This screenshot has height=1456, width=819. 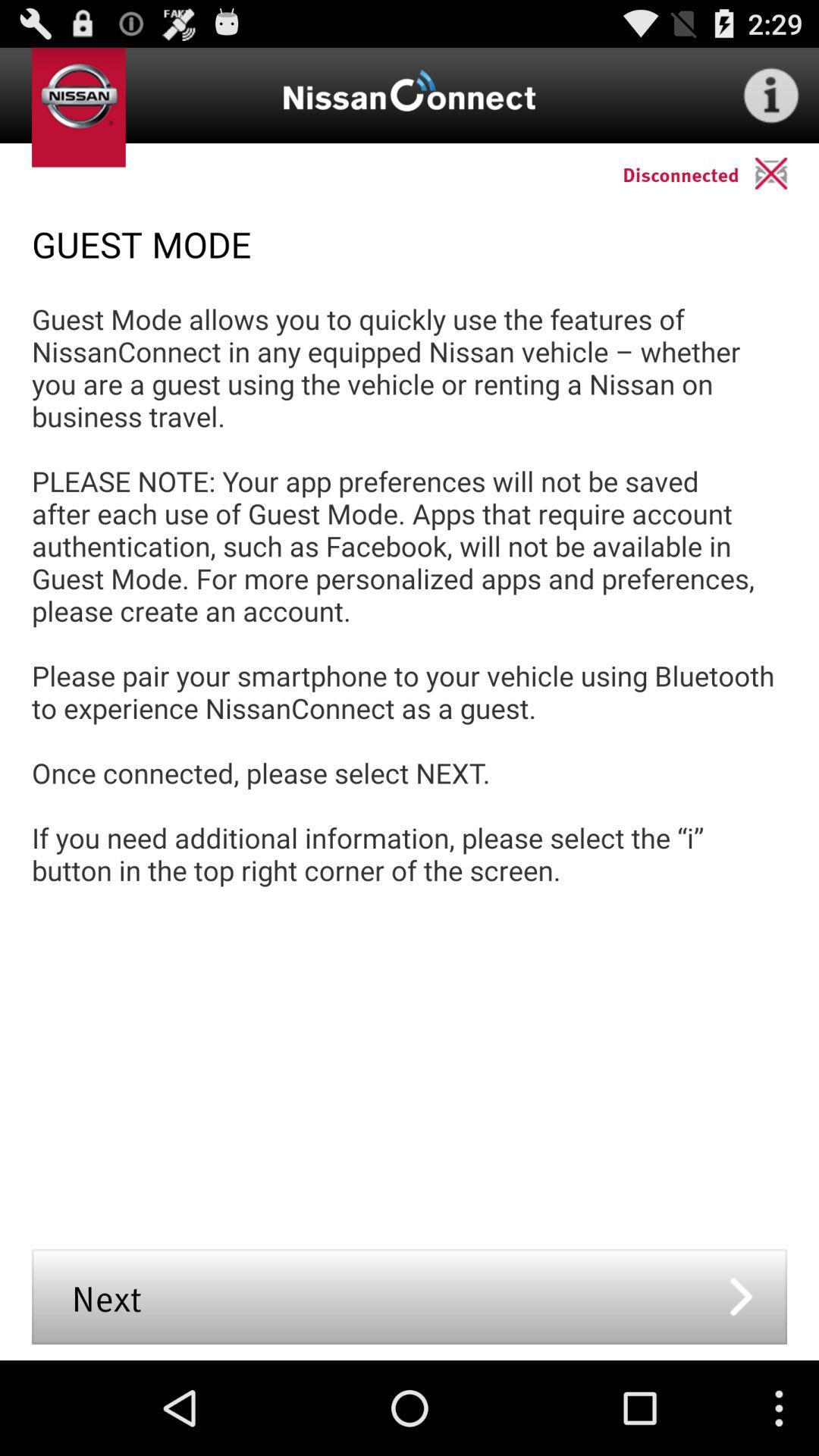 What do you see at coordinates (771, 94) in the screenshot?
I see `information` at bounding box center [771, 94].